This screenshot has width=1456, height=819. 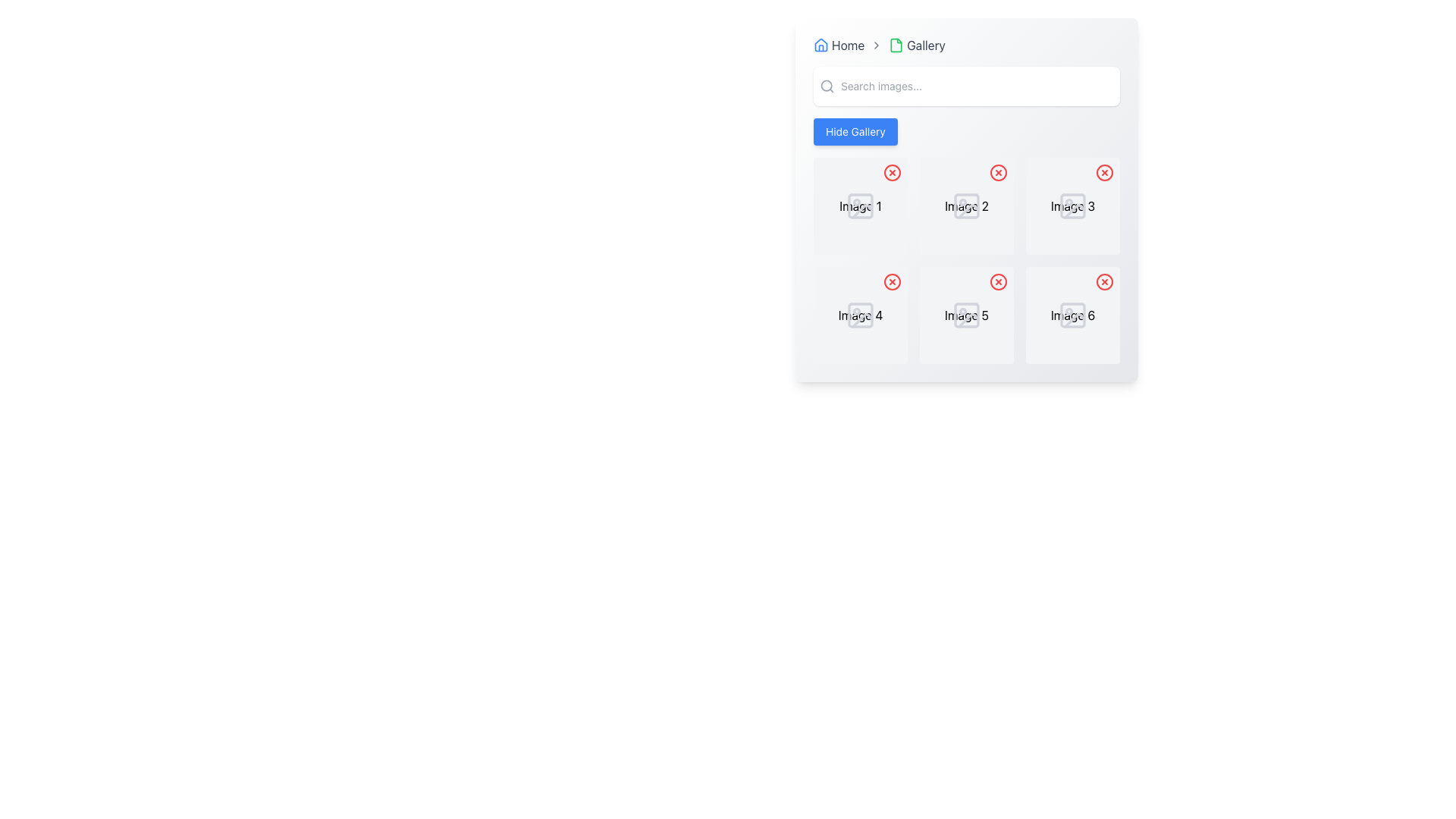 I want to click on text label 'Image 2' located in the center column of the second row in the gallery interface, so click(x=966, y=206).